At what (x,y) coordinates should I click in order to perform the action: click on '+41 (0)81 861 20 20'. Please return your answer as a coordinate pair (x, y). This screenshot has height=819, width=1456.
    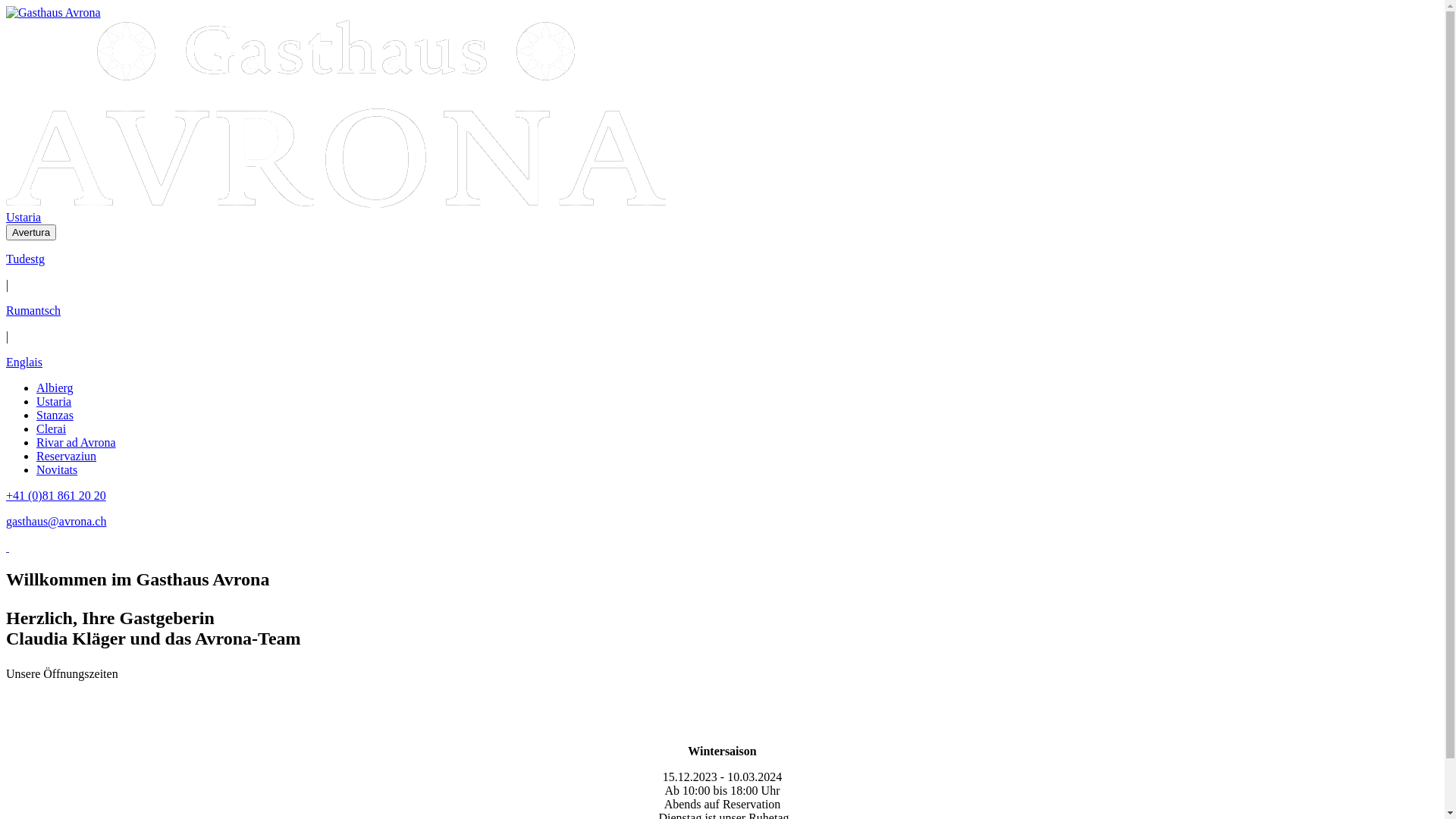
    Looking at the image, I should click on (55, 495).